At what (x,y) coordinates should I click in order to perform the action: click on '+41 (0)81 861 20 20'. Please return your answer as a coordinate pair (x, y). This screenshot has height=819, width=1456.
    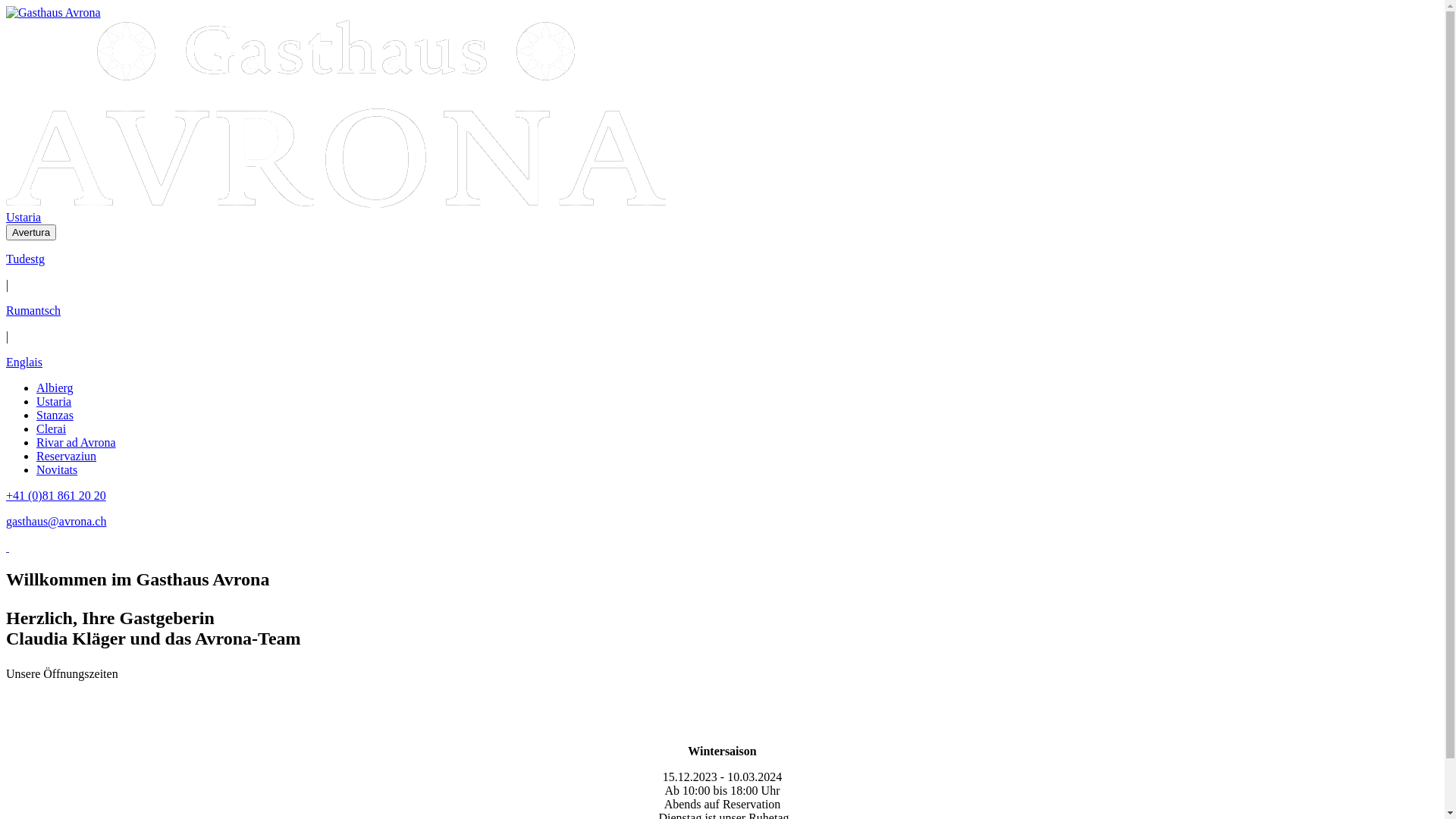
    Looking at the image, I should click on (55, 495).